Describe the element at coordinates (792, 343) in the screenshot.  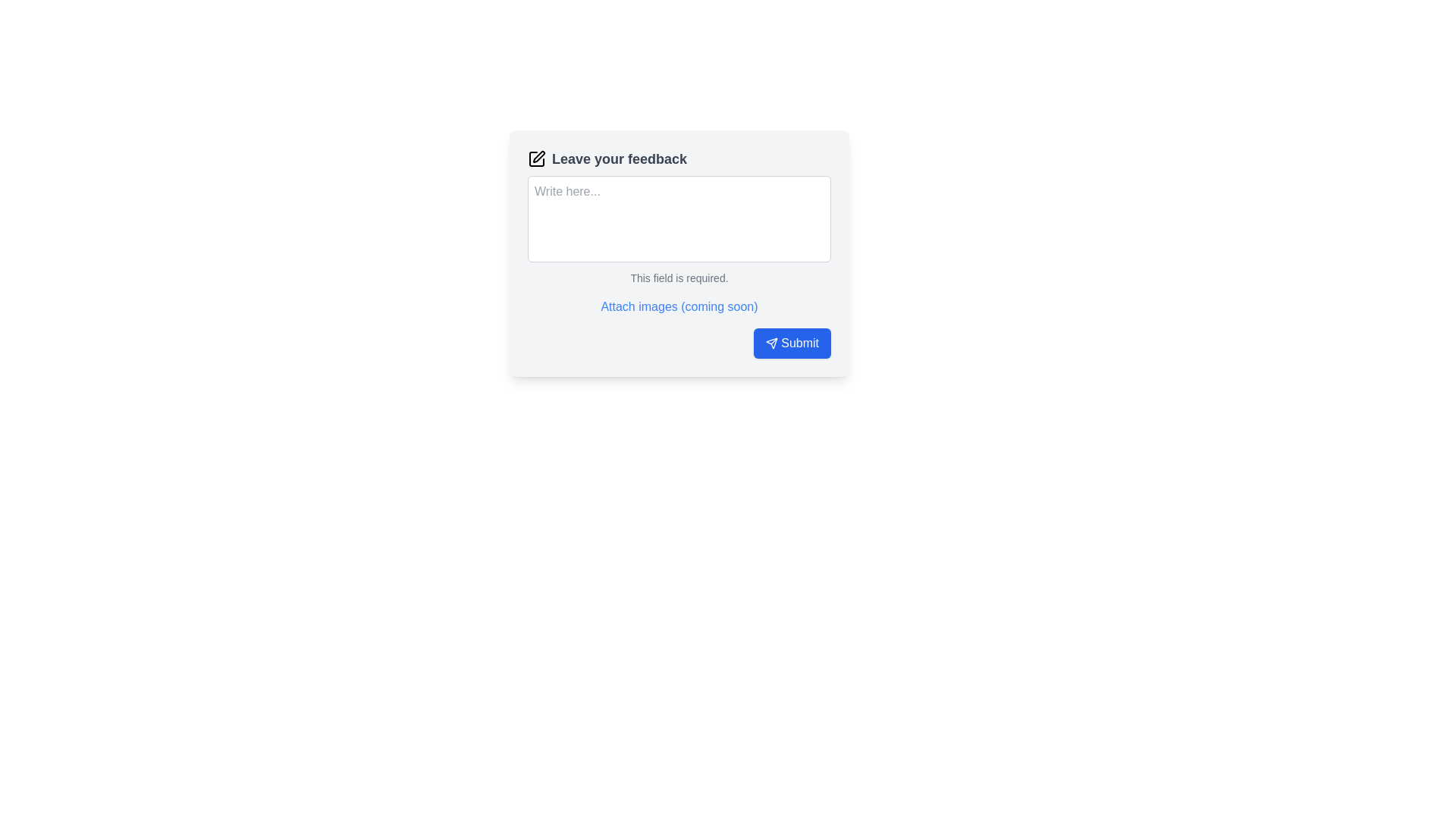
I see `the blue 'Submit' button with white text and a send icon` at that location.